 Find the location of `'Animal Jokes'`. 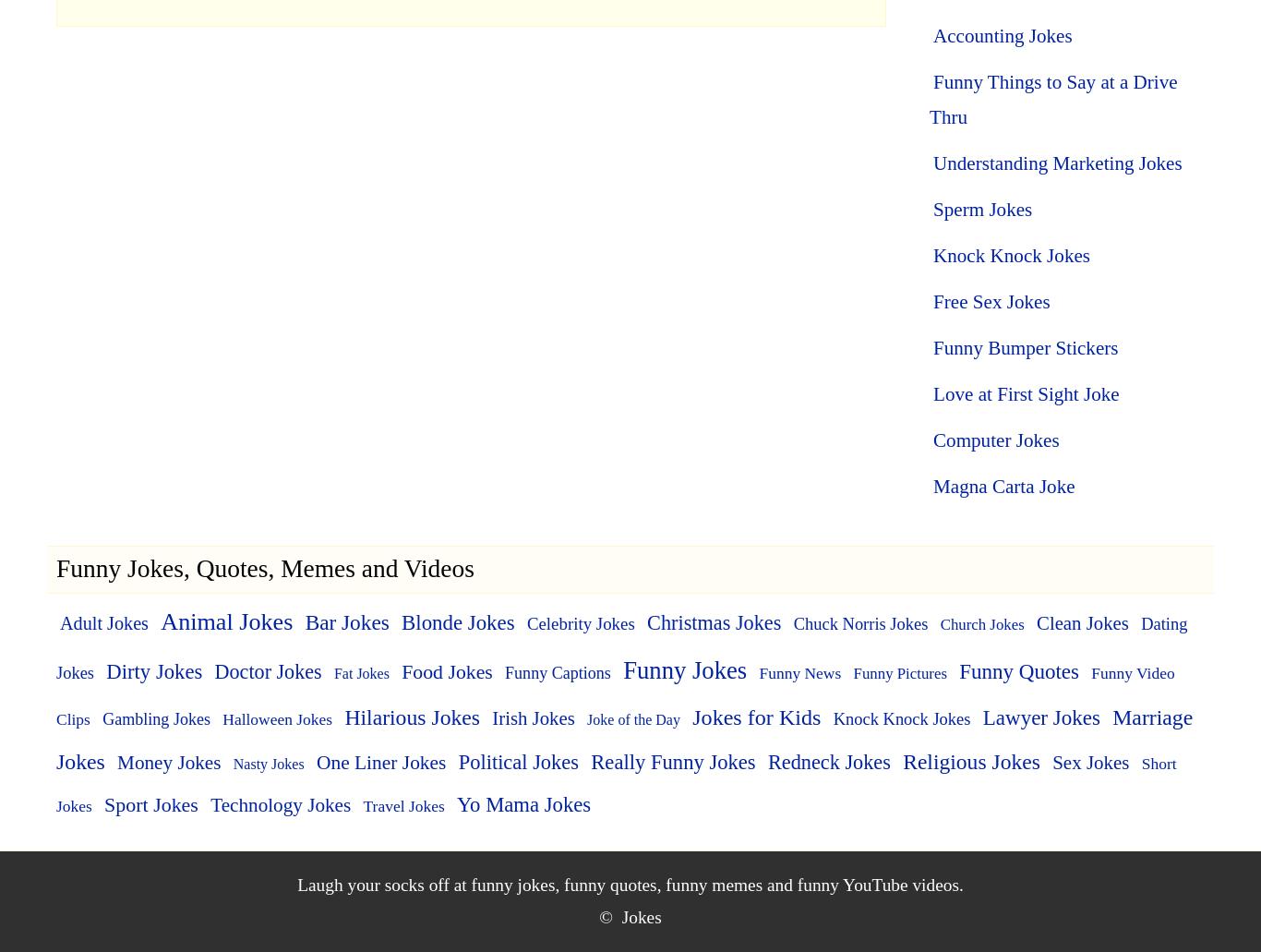

'Animal Jokes' is located at coordinates (226, 621).